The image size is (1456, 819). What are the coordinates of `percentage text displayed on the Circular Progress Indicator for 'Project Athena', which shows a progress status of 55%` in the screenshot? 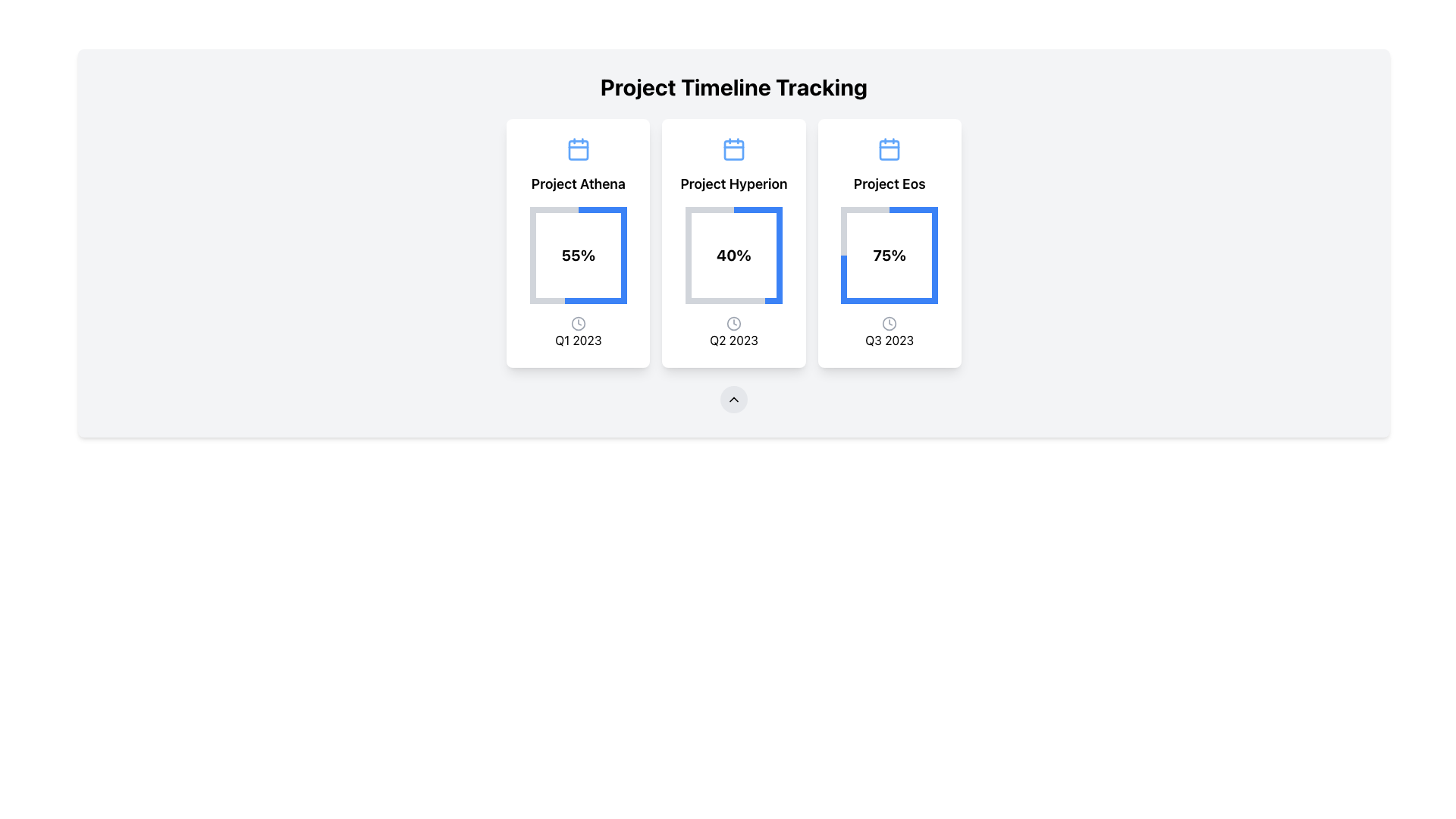 It's located at (577, 254).